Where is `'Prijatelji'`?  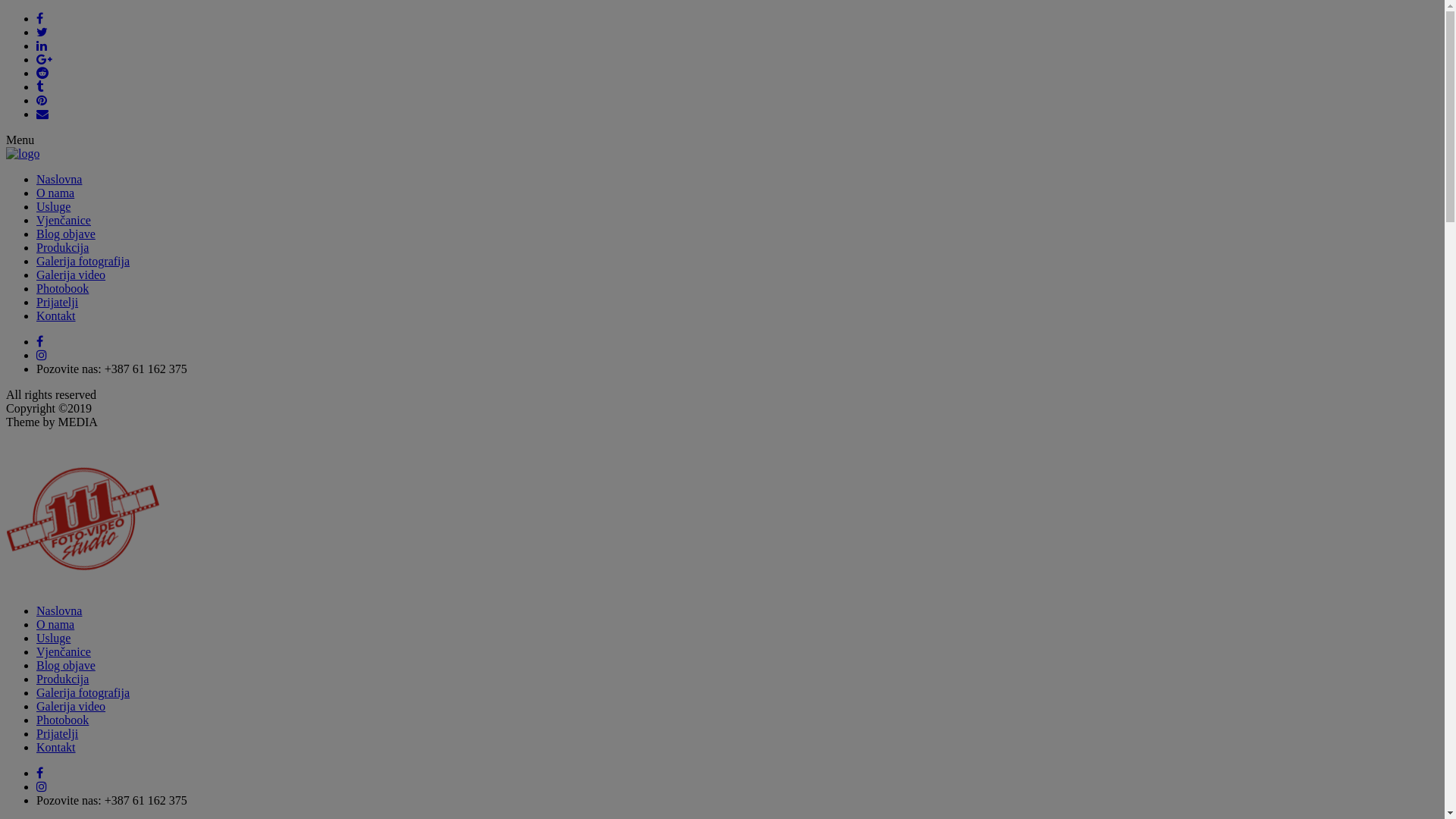
'Prijatelji' is located at coordinates (57, 733).